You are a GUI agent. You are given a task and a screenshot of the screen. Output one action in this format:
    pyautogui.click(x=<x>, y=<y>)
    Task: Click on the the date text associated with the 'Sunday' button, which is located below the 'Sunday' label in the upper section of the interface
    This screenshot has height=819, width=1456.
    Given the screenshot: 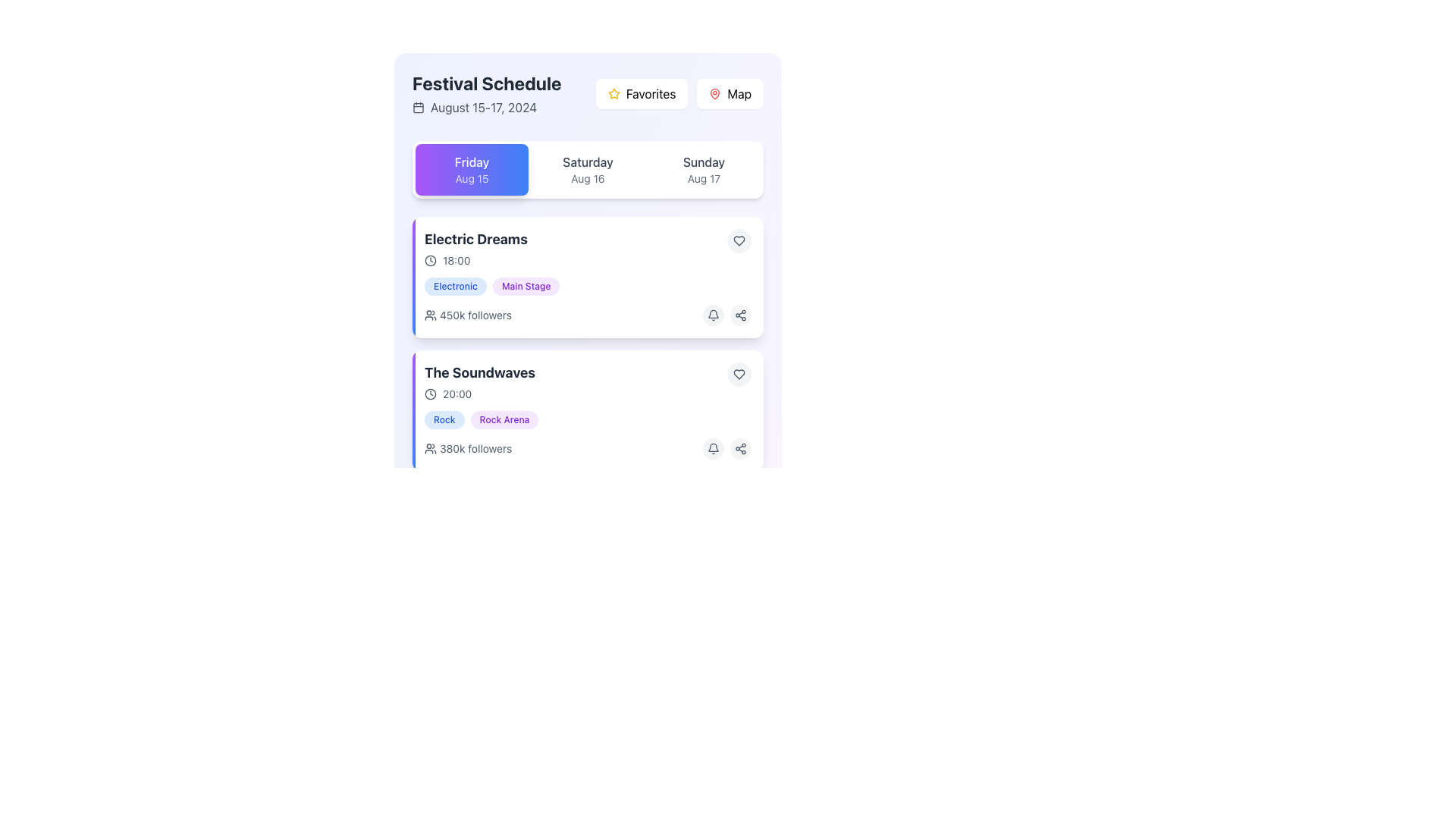 What is the action you would take?
    pyautogui.click(x=703, y=177)
    